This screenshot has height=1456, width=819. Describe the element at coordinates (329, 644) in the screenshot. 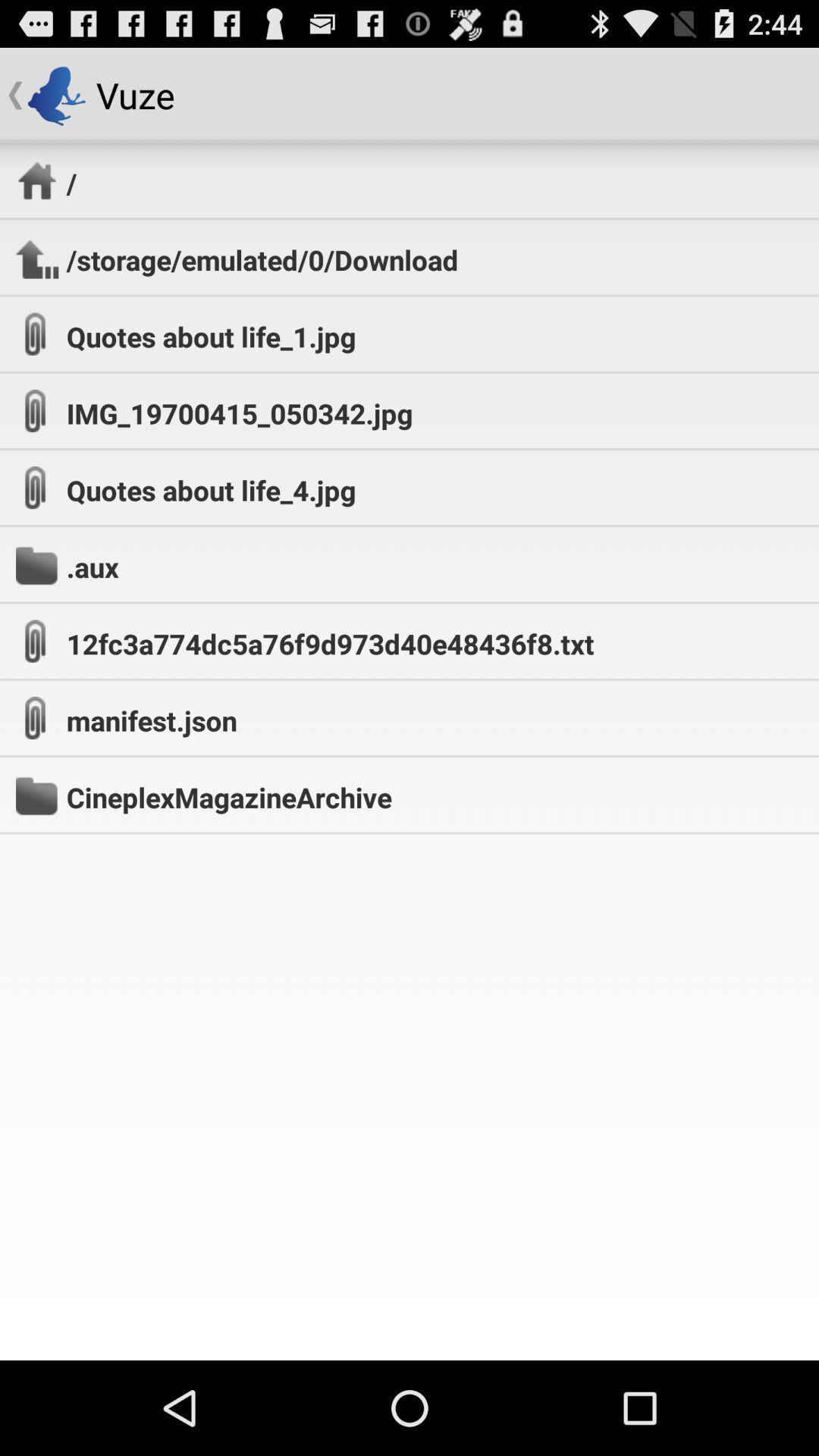

I see `the 12fc3a774dc5a76f9d973d40e48436f8.txt icon` at that location.